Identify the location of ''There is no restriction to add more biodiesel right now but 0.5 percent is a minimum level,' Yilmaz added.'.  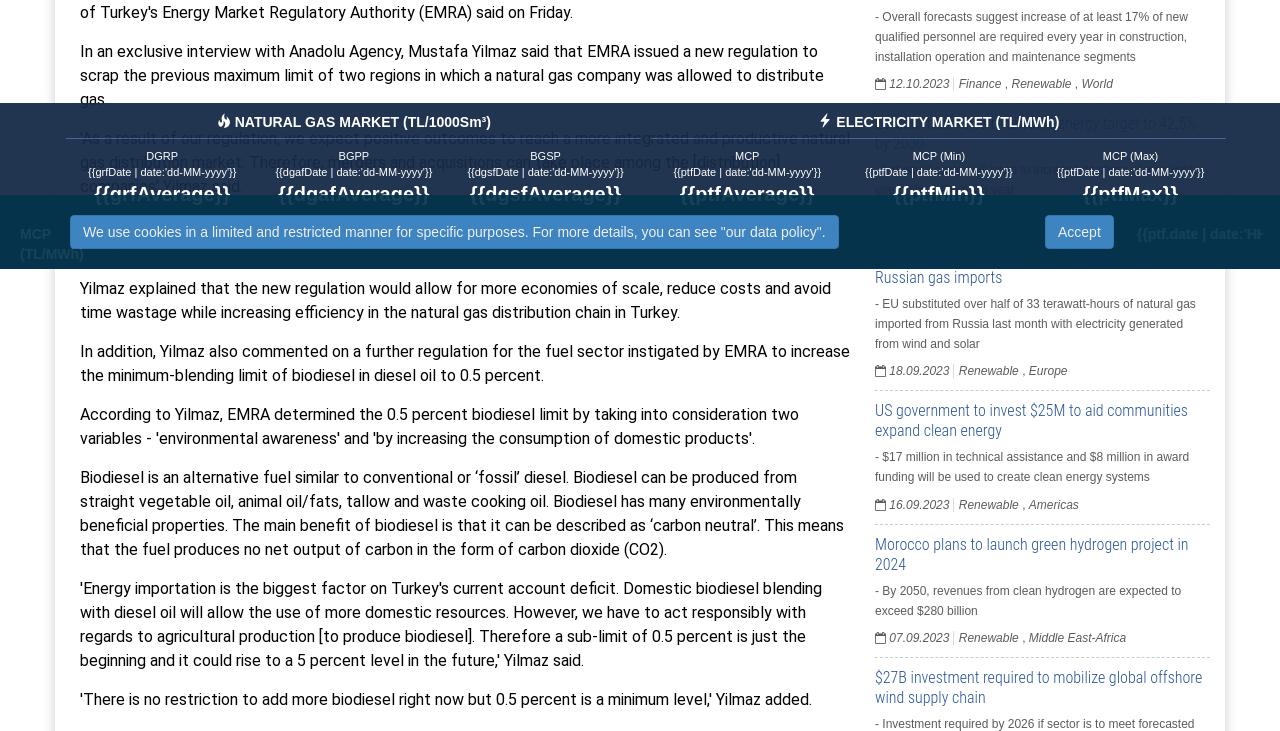
(444, 698).